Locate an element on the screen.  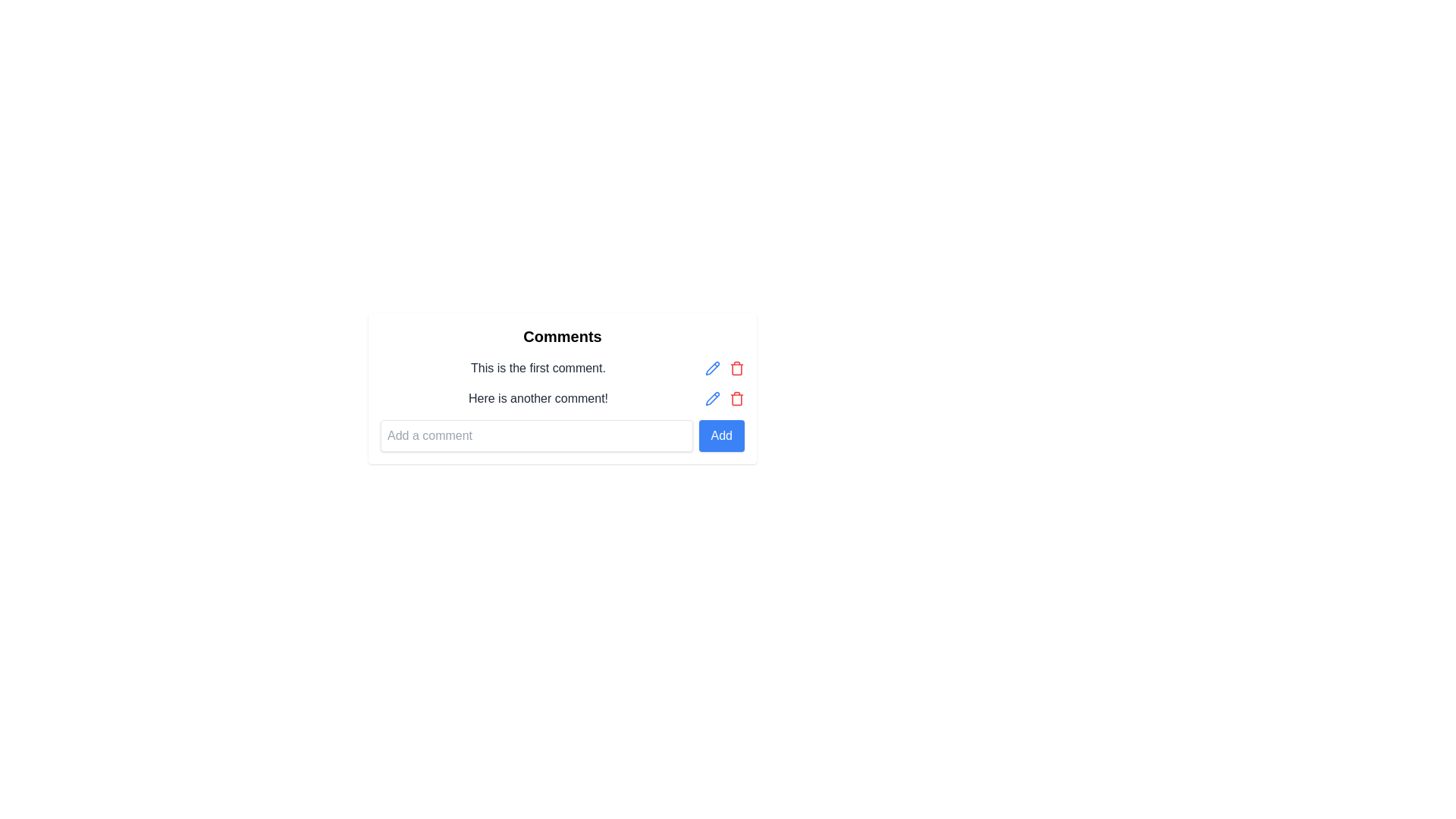
the edit button located to the right of the text 'Here is another comment!' to initiate editing the comment is located at coordinates (712, 397).